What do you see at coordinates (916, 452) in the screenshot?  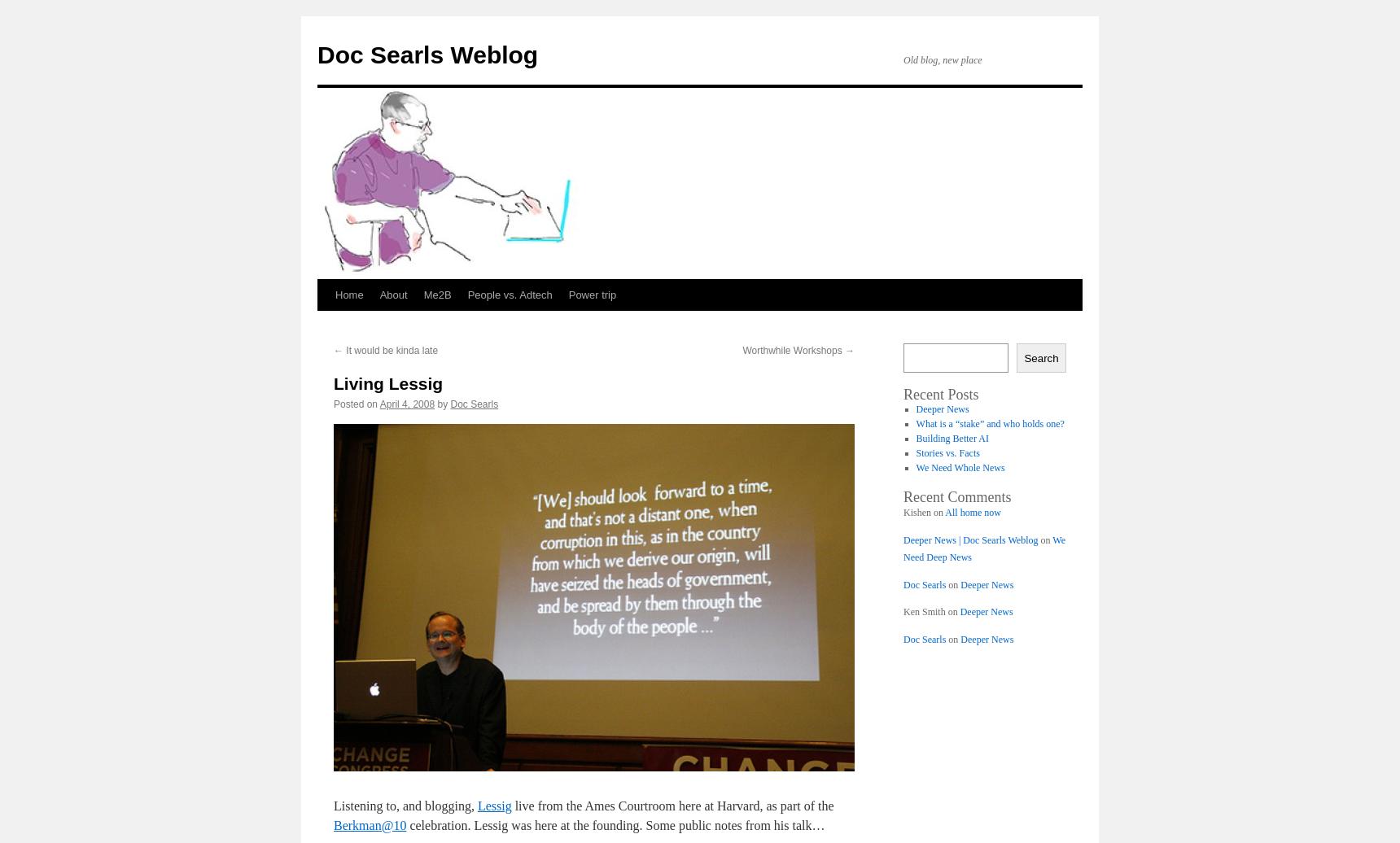 I see `'Stories vs. Facts'` at bounding box center [916, 452].